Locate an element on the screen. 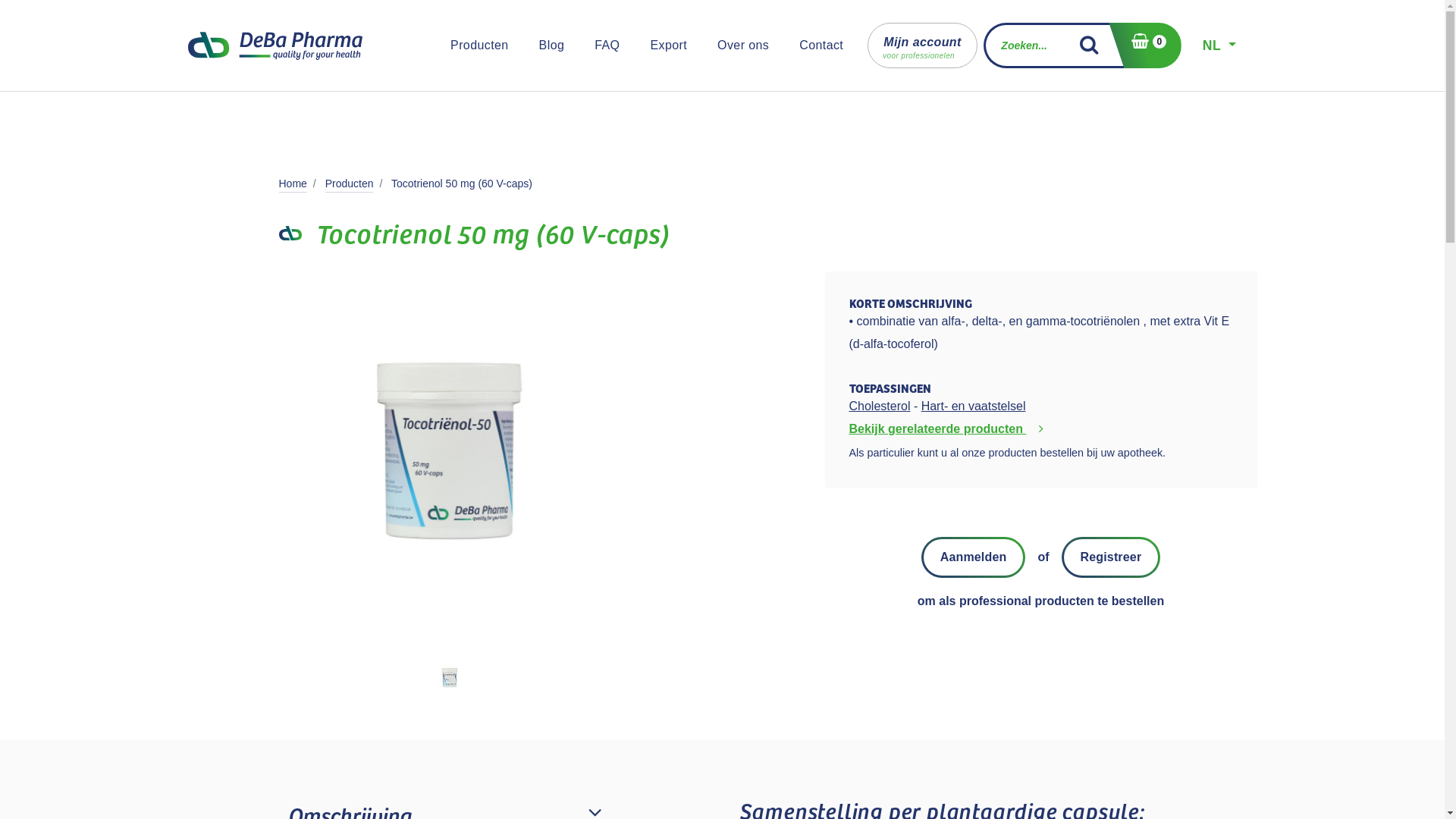  'Cholesterol' is located at coordinates (880, 405).